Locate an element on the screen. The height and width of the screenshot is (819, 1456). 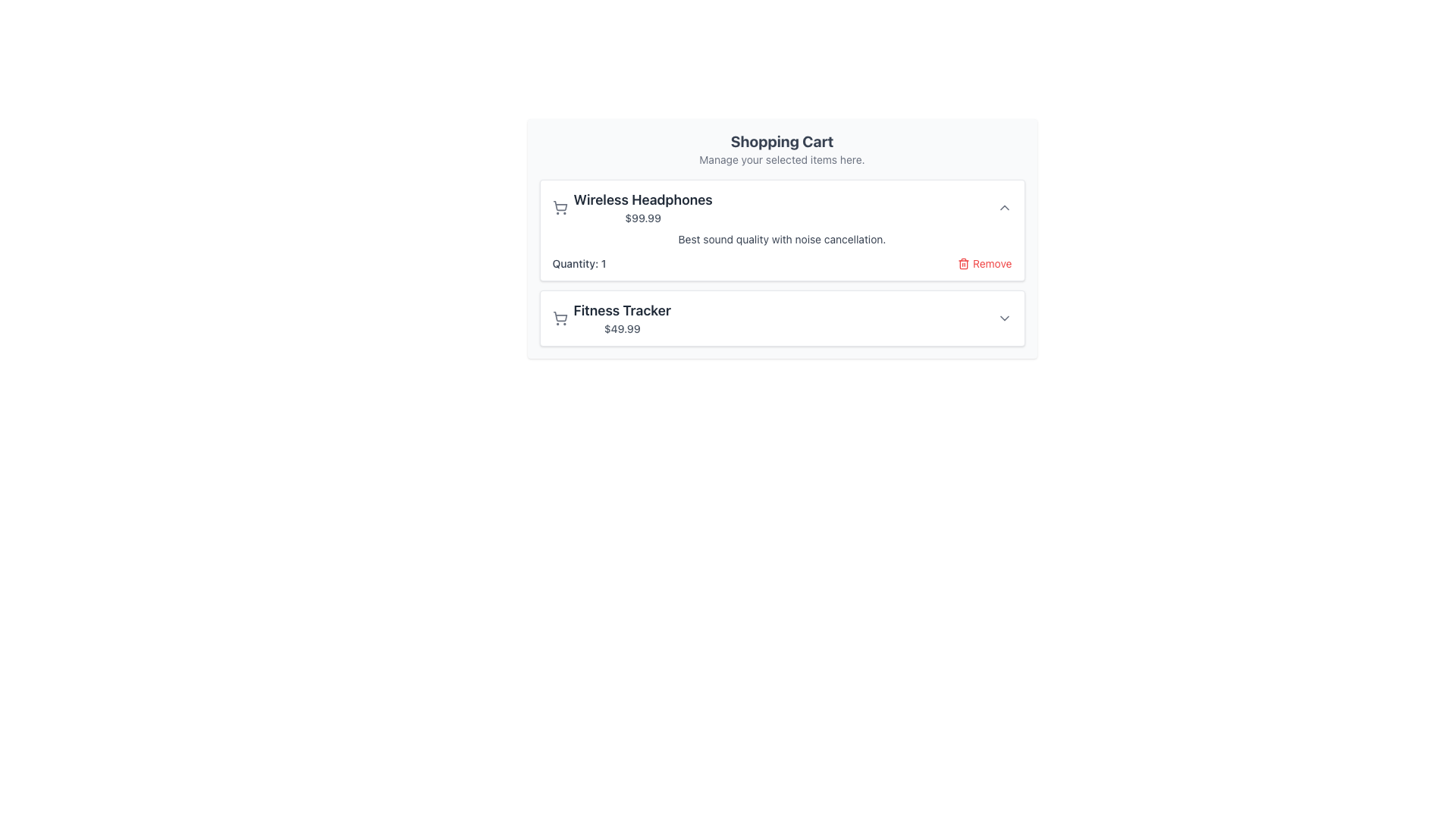
the product name 'Wireless Headphones' in the shopping cart interface for details is located at coordinates (632, 207).